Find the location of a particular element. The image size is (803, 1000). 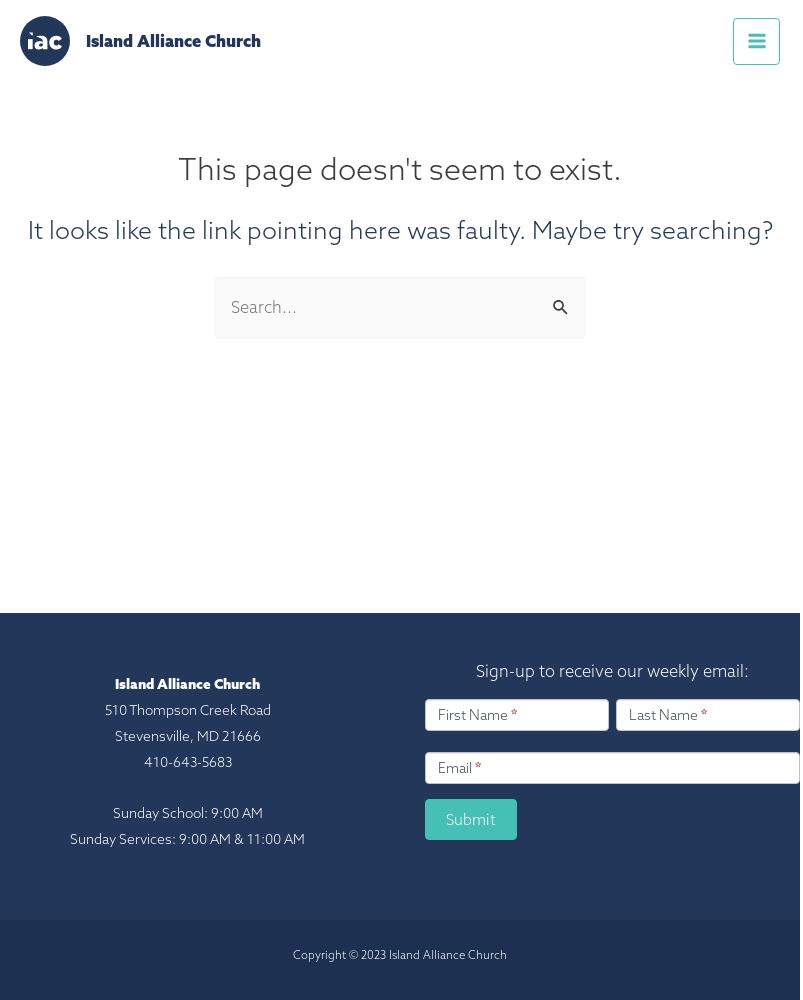

'First Name' is located at coordinates (474, 713).